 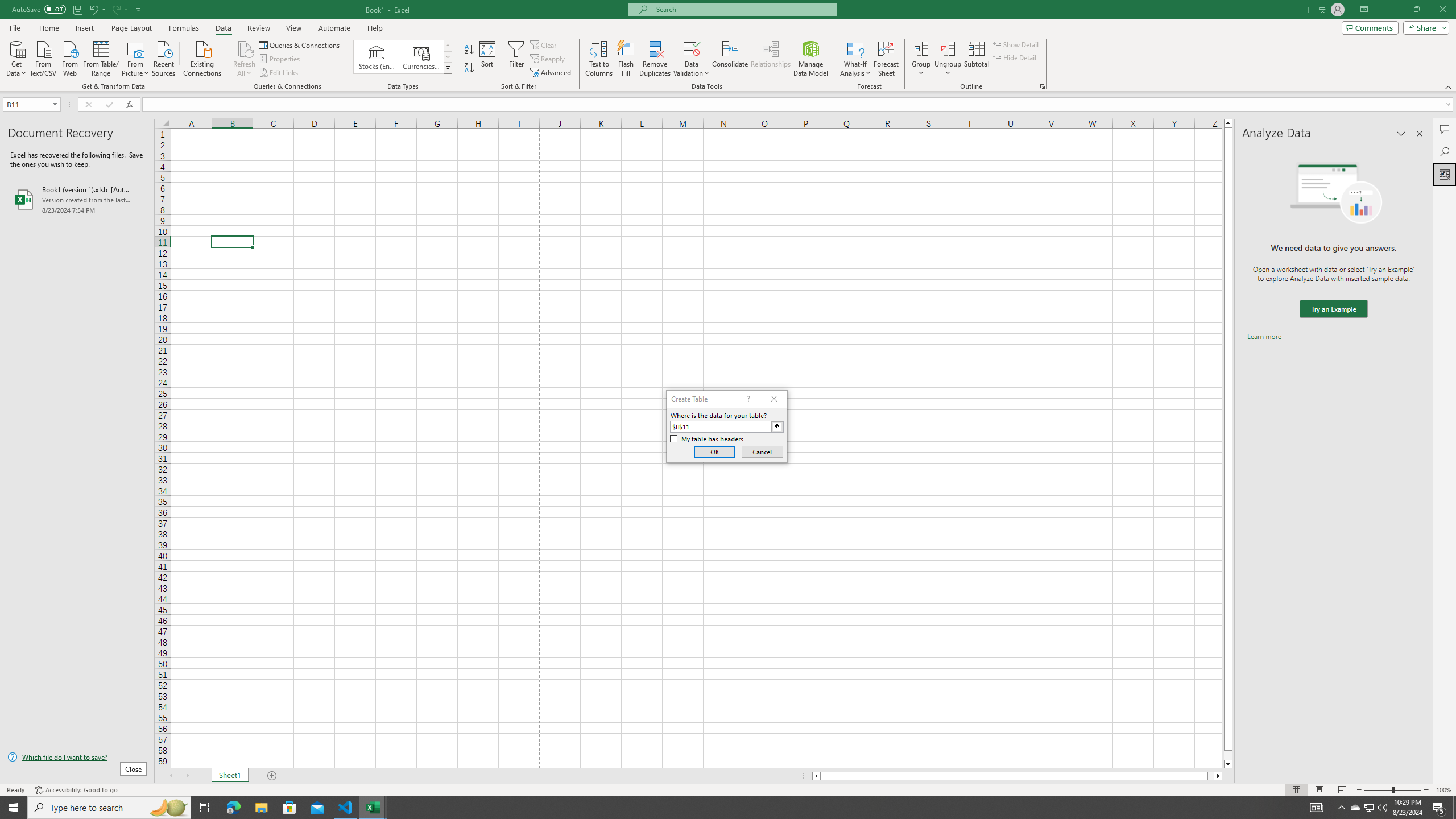 What do you see at coordinates (730, 59) in the screenshot?
I see `'Consolidate...'` at bounding box center [730, 59].